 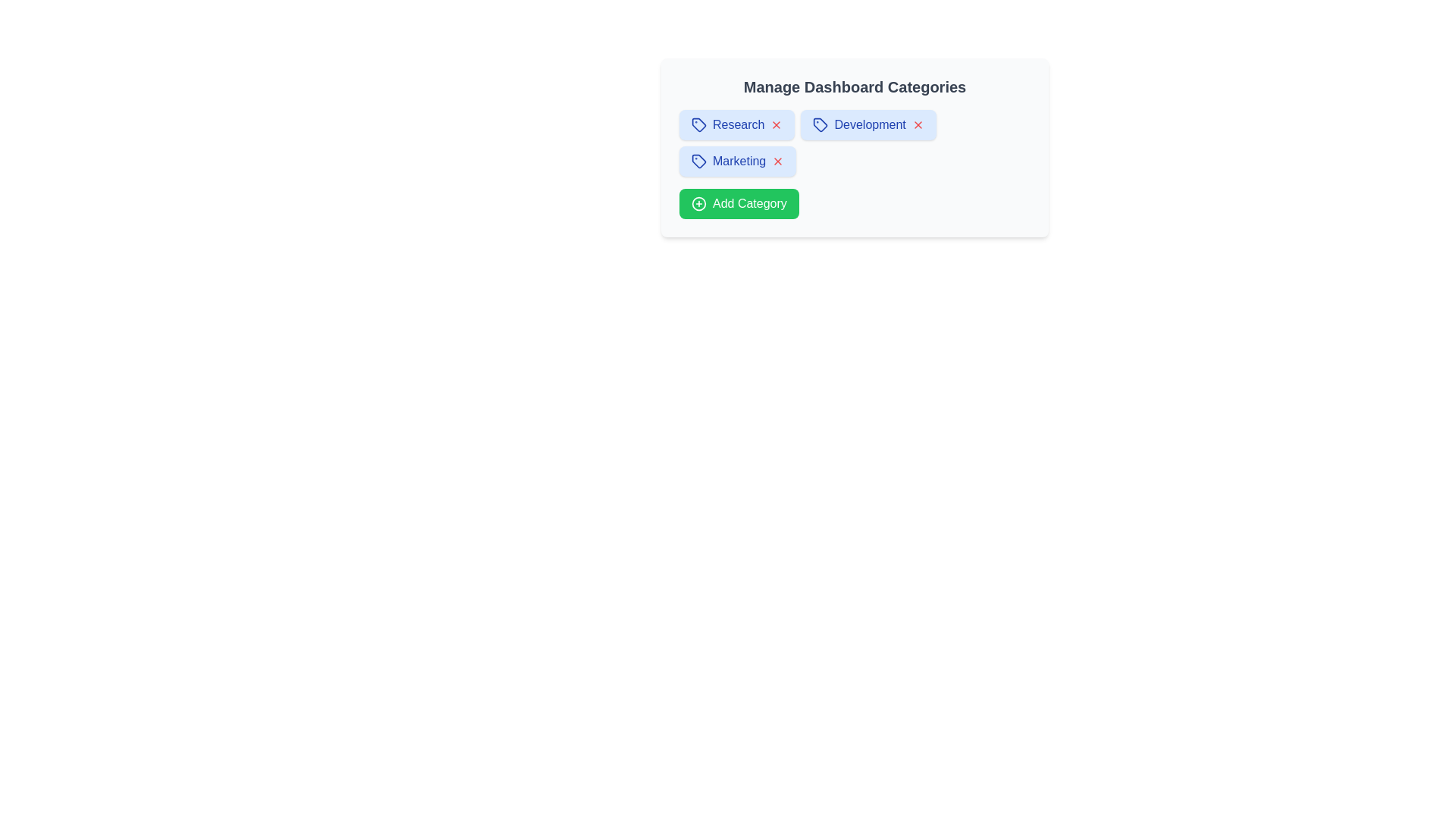 What do you see at coordinates (778, 161) in the screenshot?
I see `'X' icon on the chip corresponding to the category Marketing` at bounding box center [778, 161].